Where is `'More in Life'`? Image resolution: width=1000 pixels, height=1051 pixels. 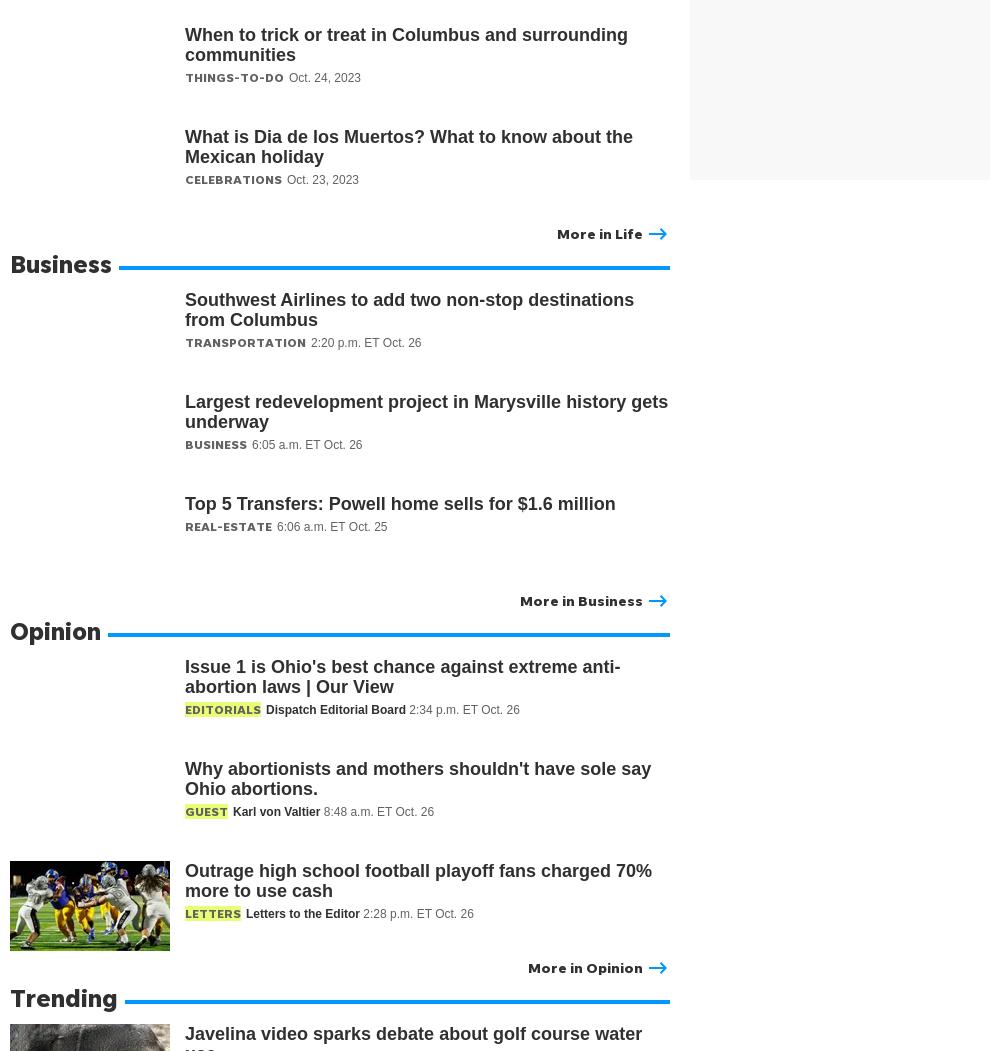 'More in Life' is located at coordinates (599, 232).